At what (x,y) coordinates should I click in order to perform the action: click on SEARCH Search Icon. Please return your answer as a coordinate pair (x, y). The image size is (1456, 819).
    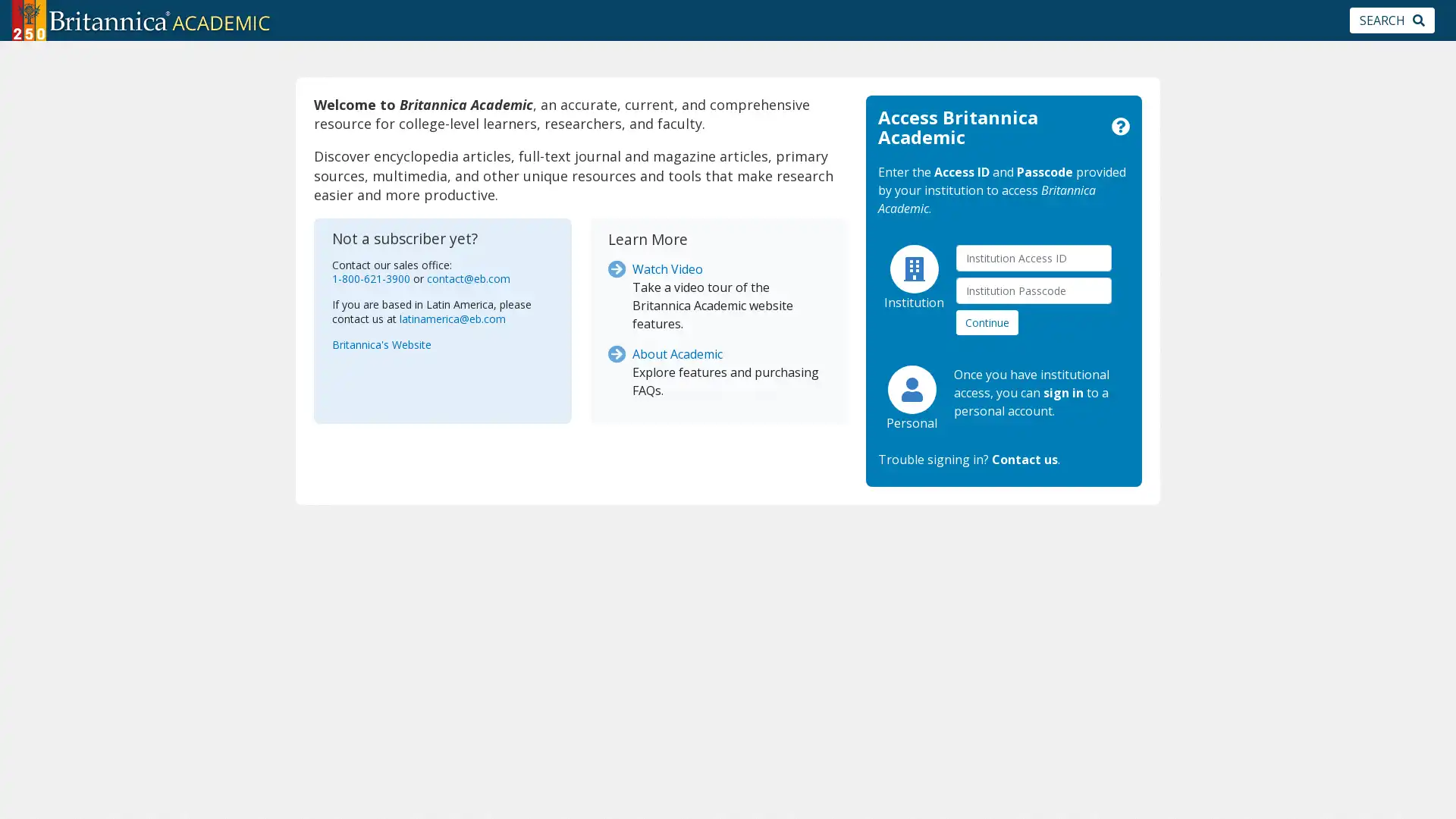
    Looking at the image, I should click on (1392, 20).